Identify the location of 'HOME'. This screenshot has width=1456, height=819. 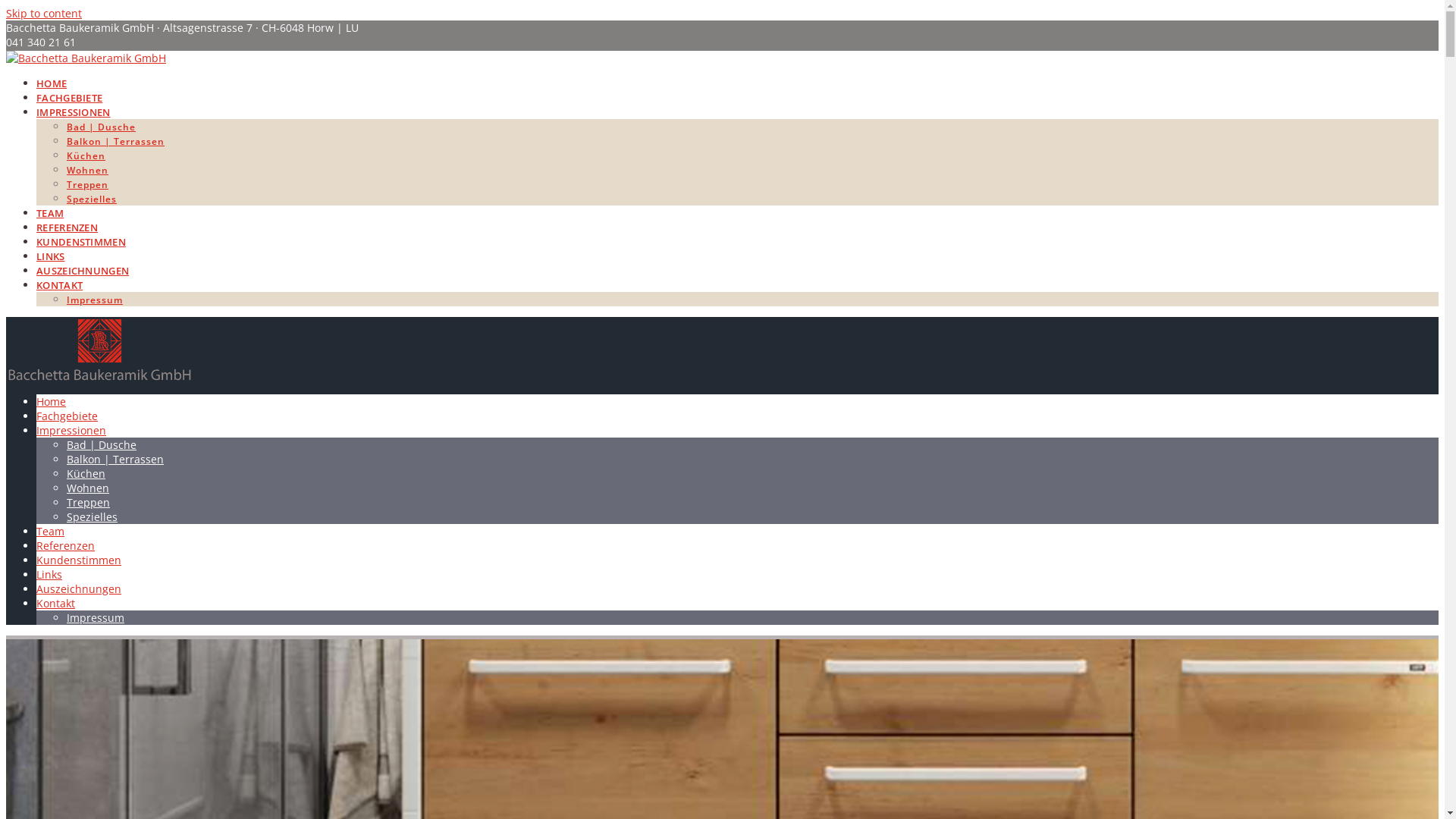
(51, 83).